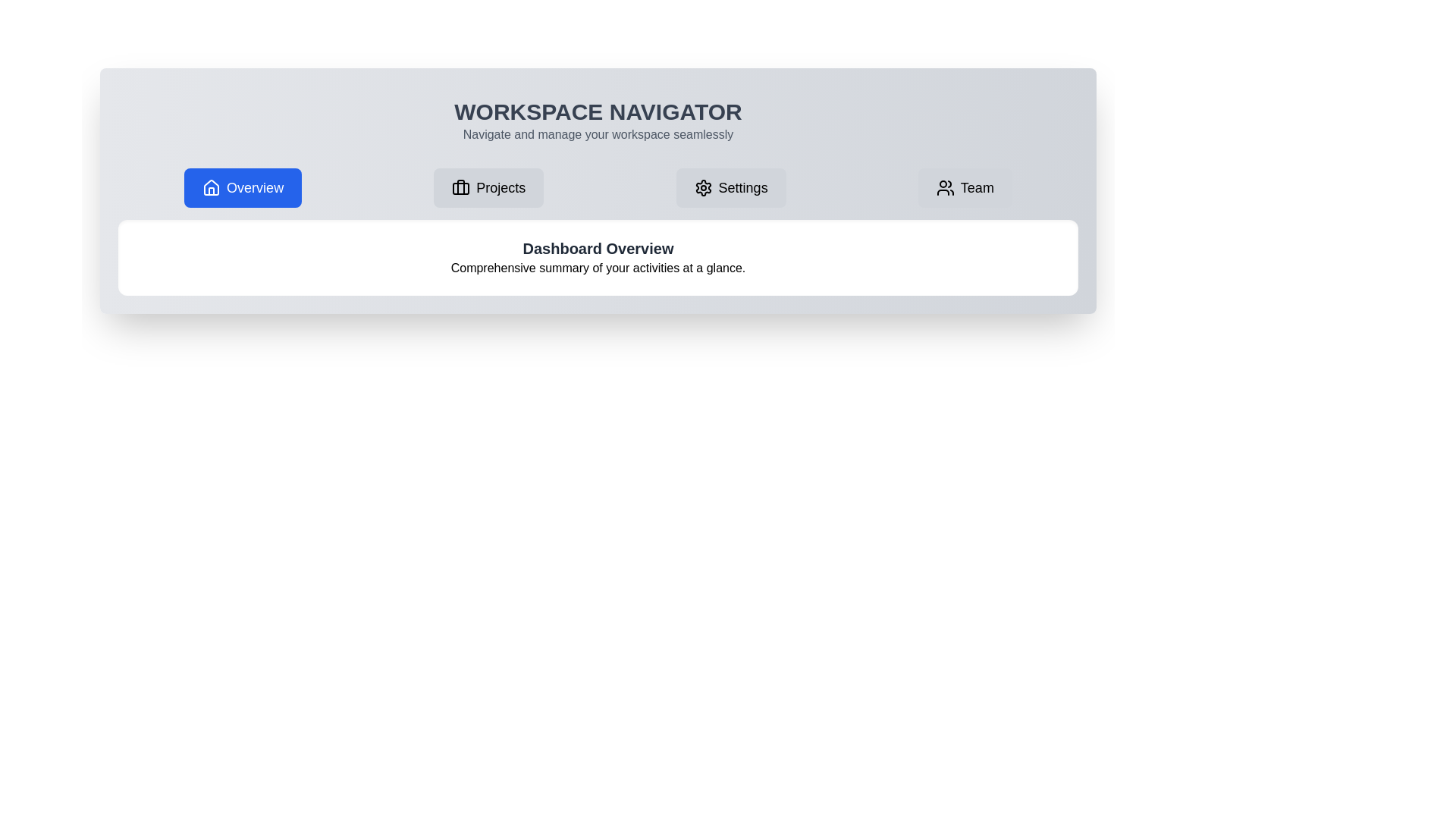 The height and width of the screenshot is (819, 1456). Describe the element at coordinates (702, 187) in the screenshot. I see `the settings icon located in the navigation bar at the top of the interface` at that location.